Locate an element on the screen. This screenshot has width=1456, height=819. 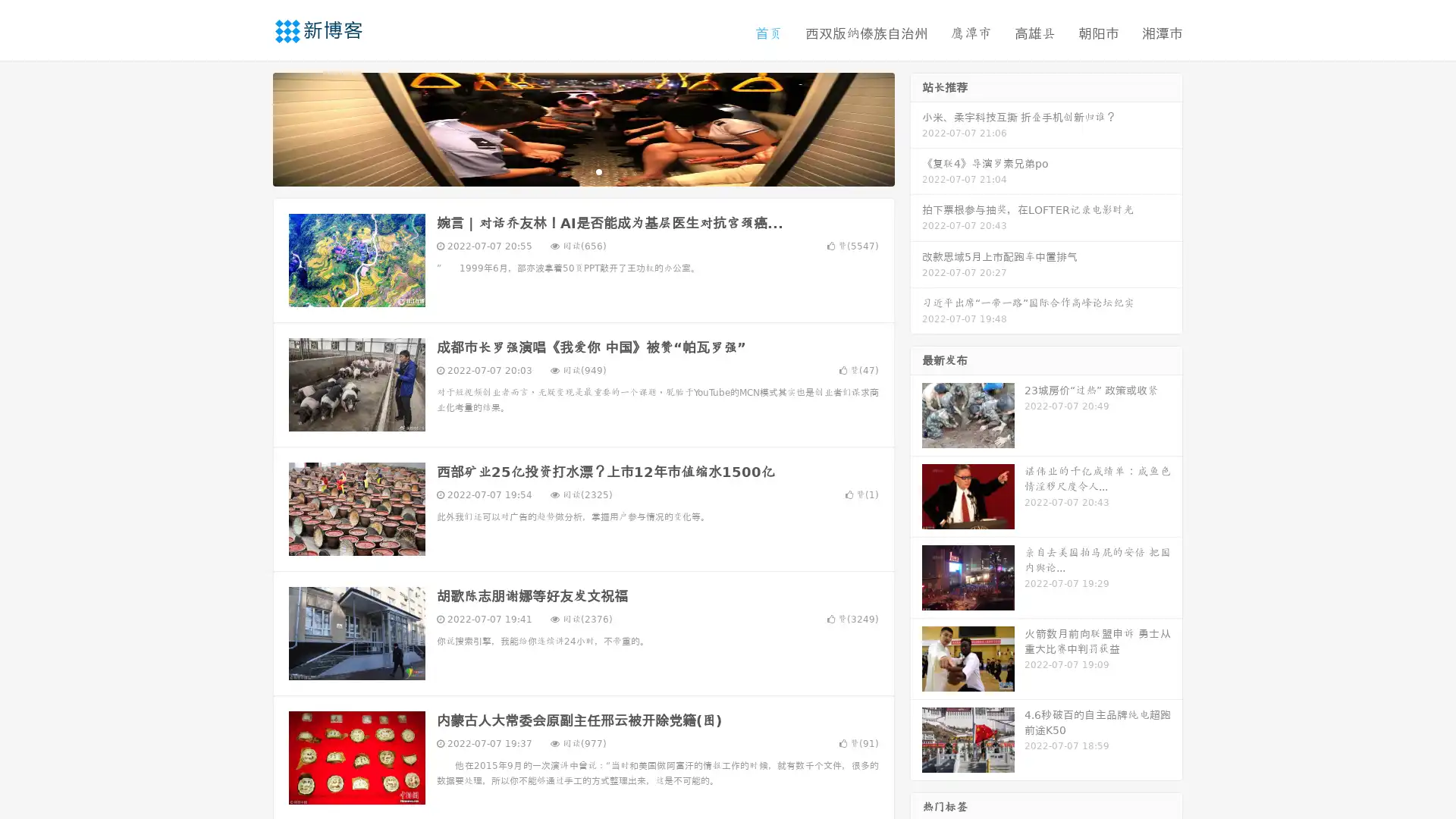
Go to slide 3 is located at coordinates (598, 171).